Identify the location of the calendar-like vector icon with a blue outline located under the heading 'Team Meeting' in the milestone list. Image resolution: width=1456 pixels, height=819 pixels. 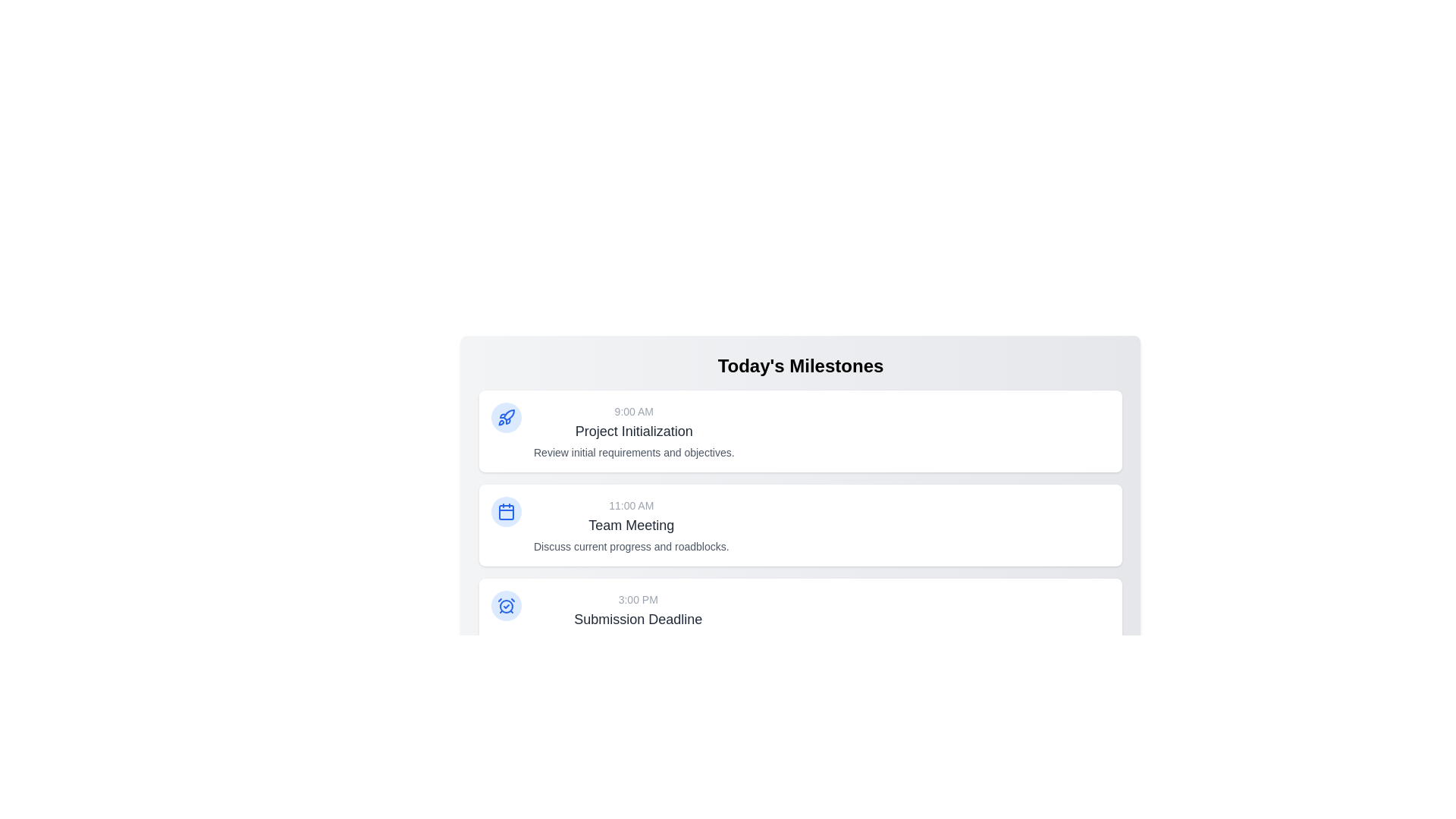
(506, 512).